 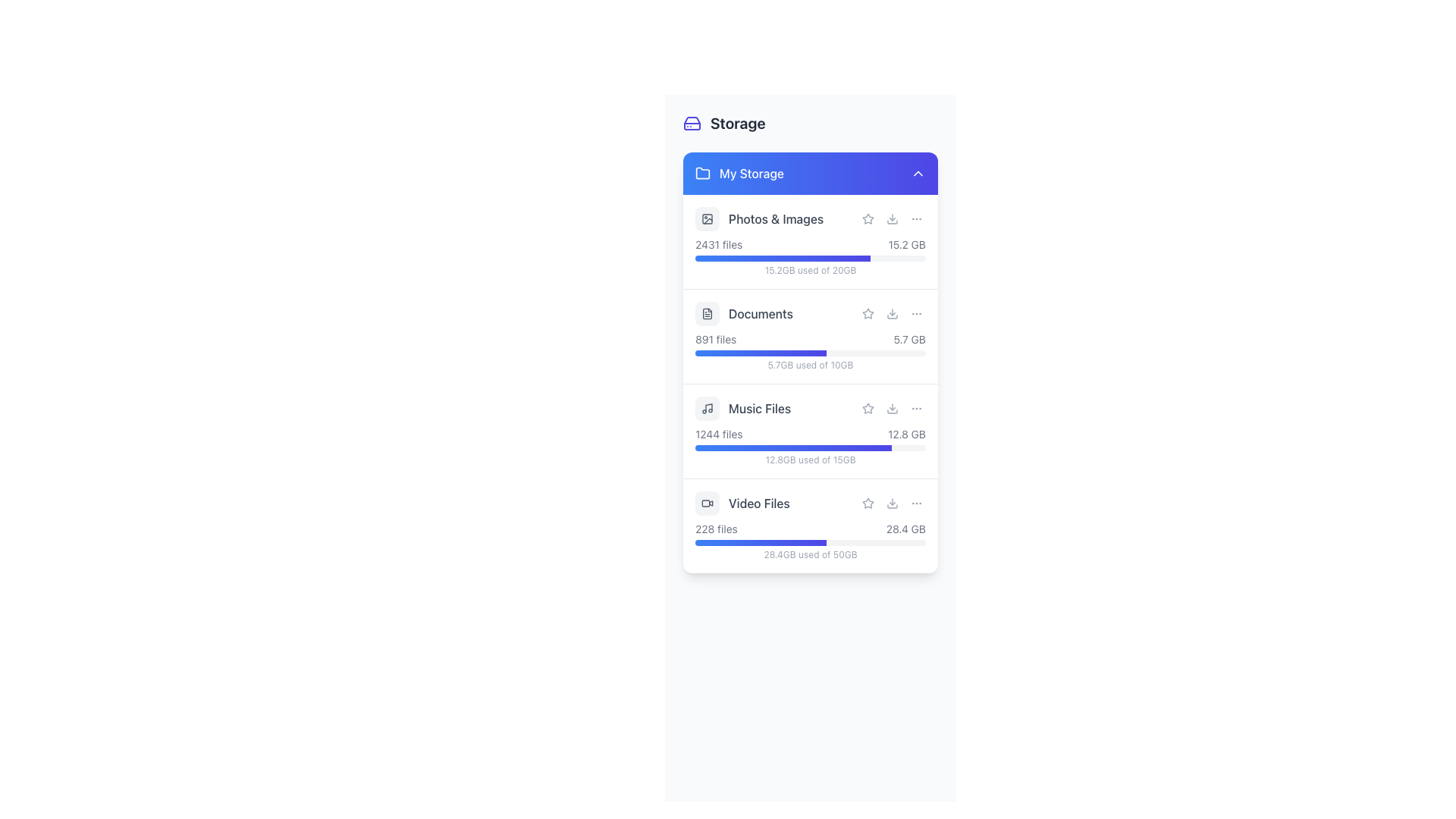 I want to click on the Progress bar located at the bottom of the 'Video Files' section, which visually represents the used storage out of the total capacity, so click(x=810, y=542).